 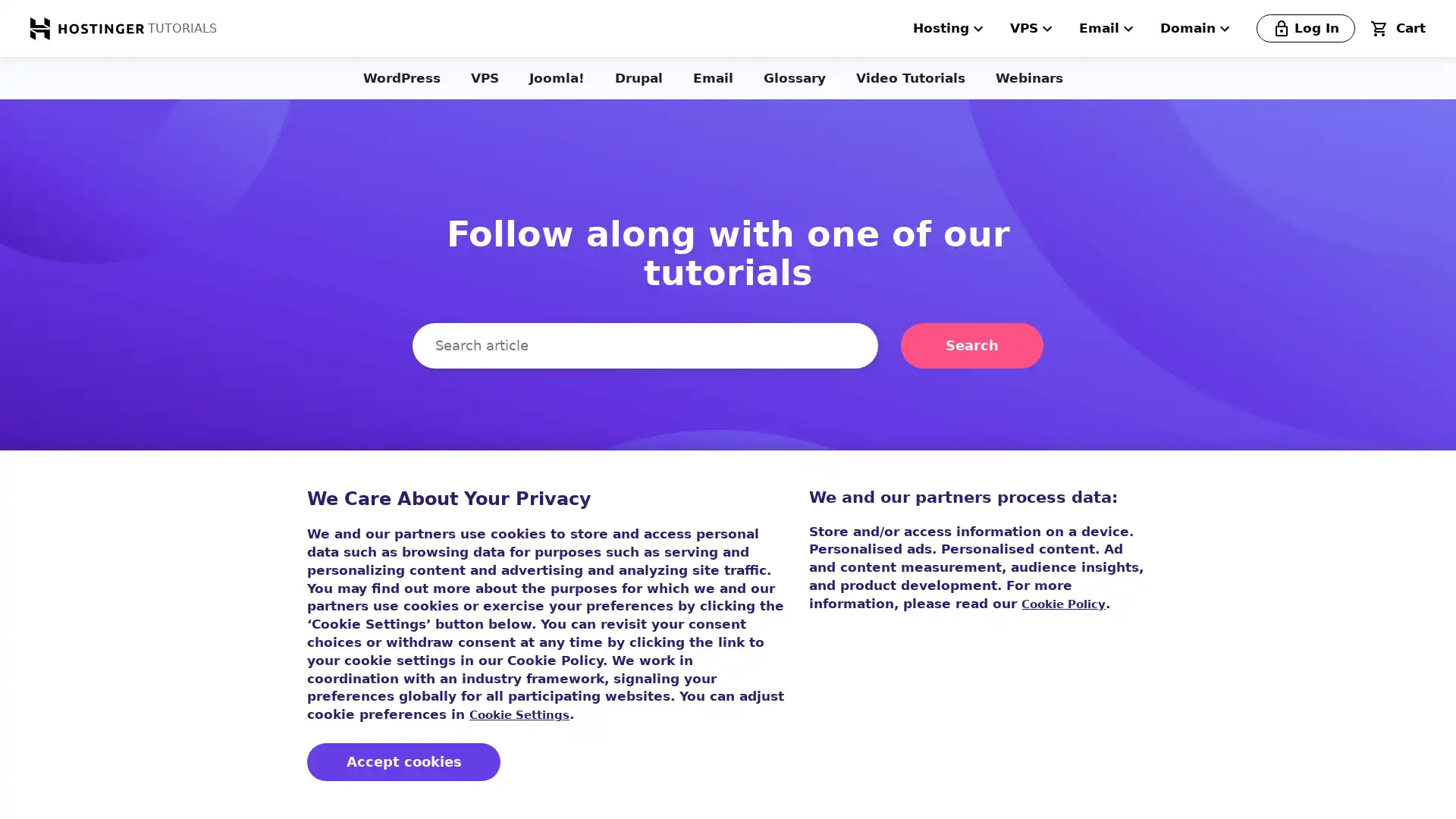 What do you see at coordinates (403, 762) in the screenshot?
I see `Accept cookies` at bounding box center [403, 762].